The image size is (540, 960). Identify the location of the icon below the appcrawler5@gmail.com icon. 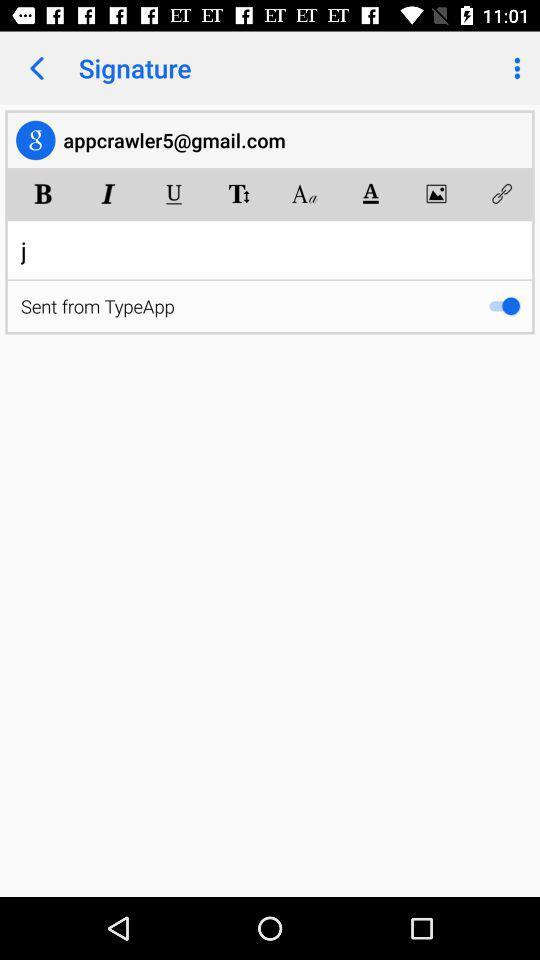
(108, 193).